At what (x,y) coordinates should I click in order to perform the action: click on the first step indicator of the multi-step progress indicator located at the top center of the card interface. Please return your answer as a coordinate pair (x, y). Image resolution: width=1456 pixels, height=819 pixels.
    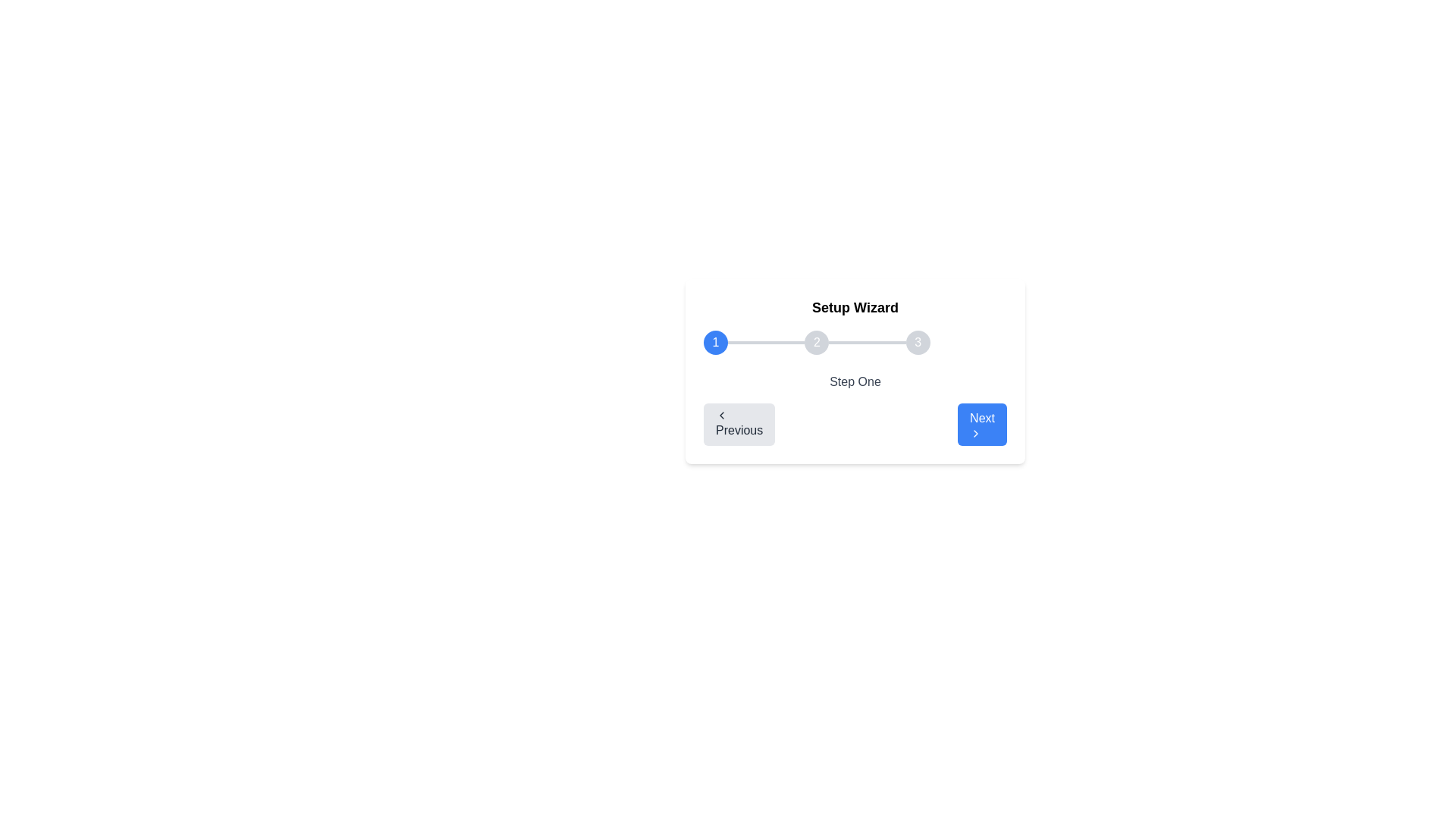
    Looking at the image, I should click on (754, 342).